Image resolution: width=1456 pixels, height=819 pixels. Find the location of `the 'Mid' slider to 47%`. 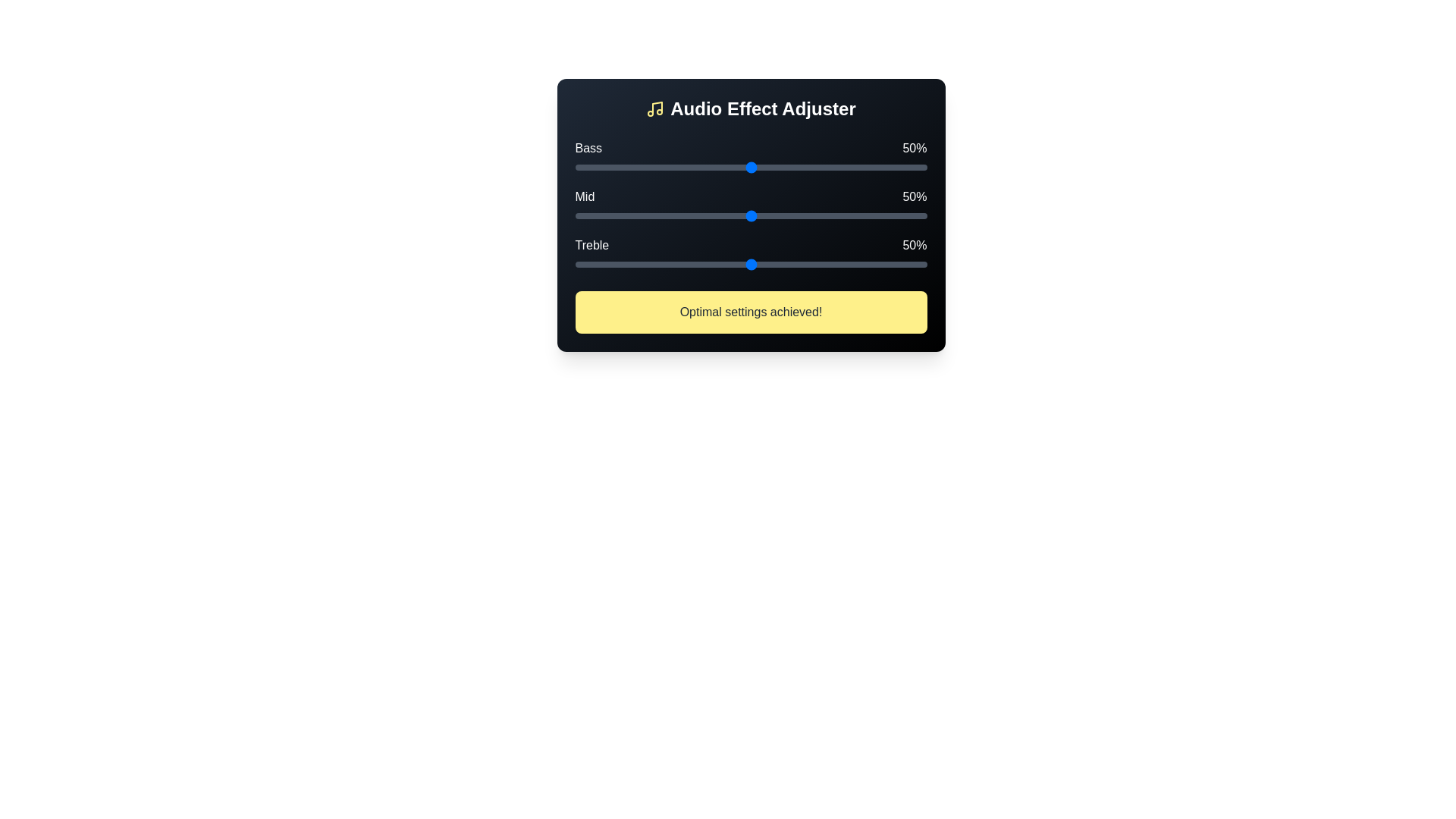

the 'Mid' slider to 47% is located at coordinates (740, 216).